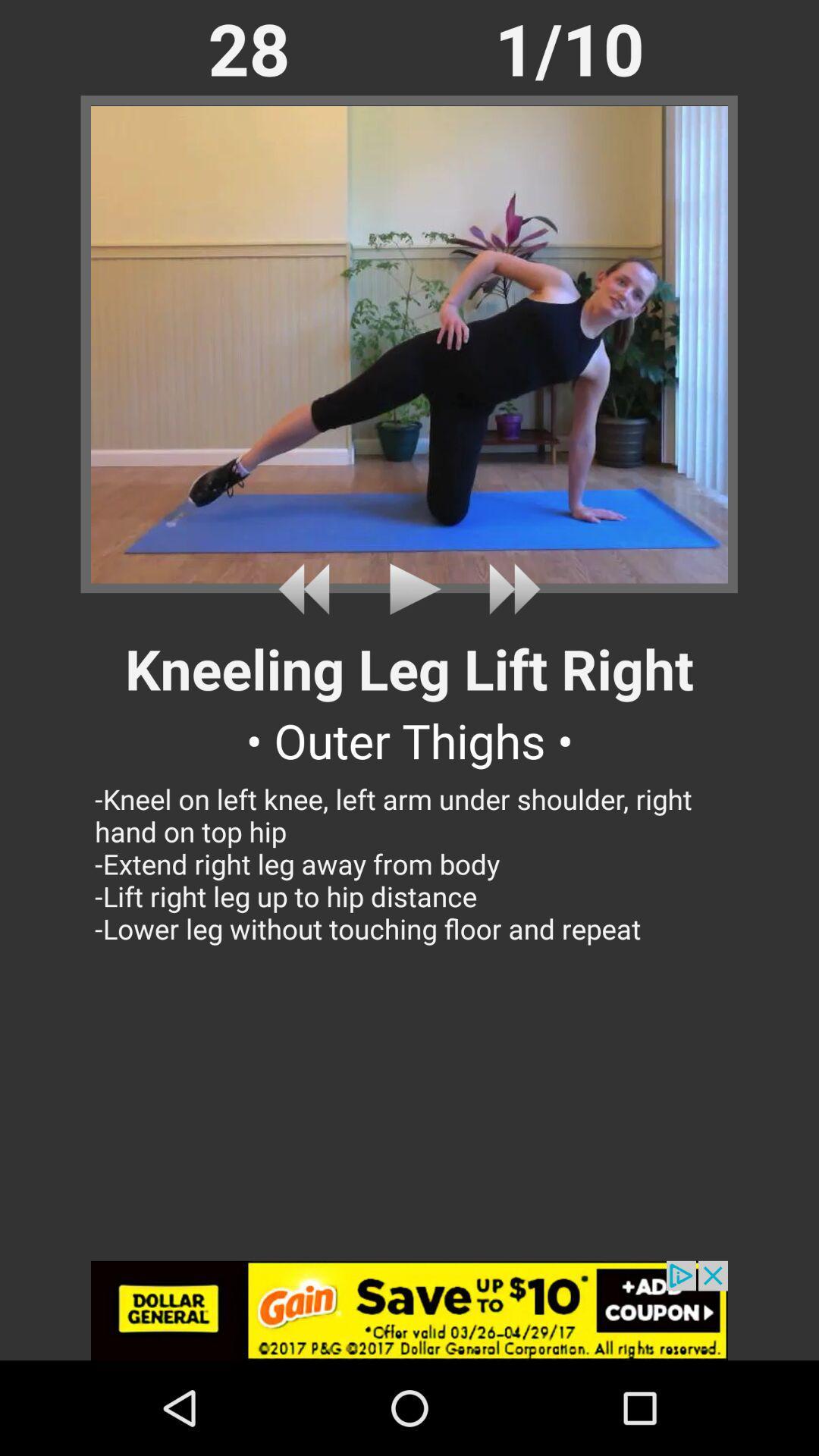 The height and width of the screenshot is (1456, 819). Describe the element at coordinates (509, 588) in the screenshot. I see `video fast forward` at that location.